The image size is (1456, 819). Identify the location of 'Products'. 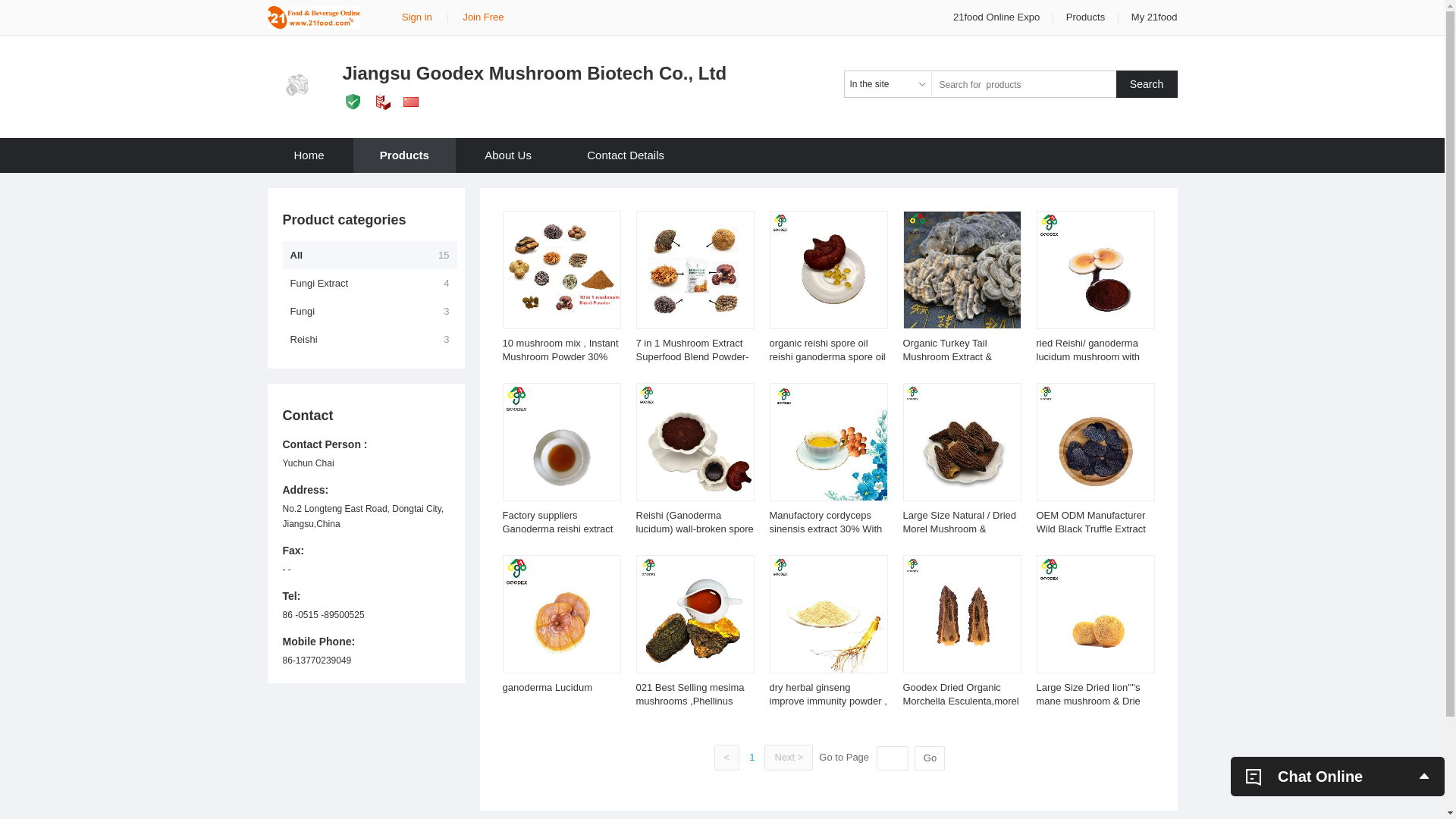
(1065, 17).